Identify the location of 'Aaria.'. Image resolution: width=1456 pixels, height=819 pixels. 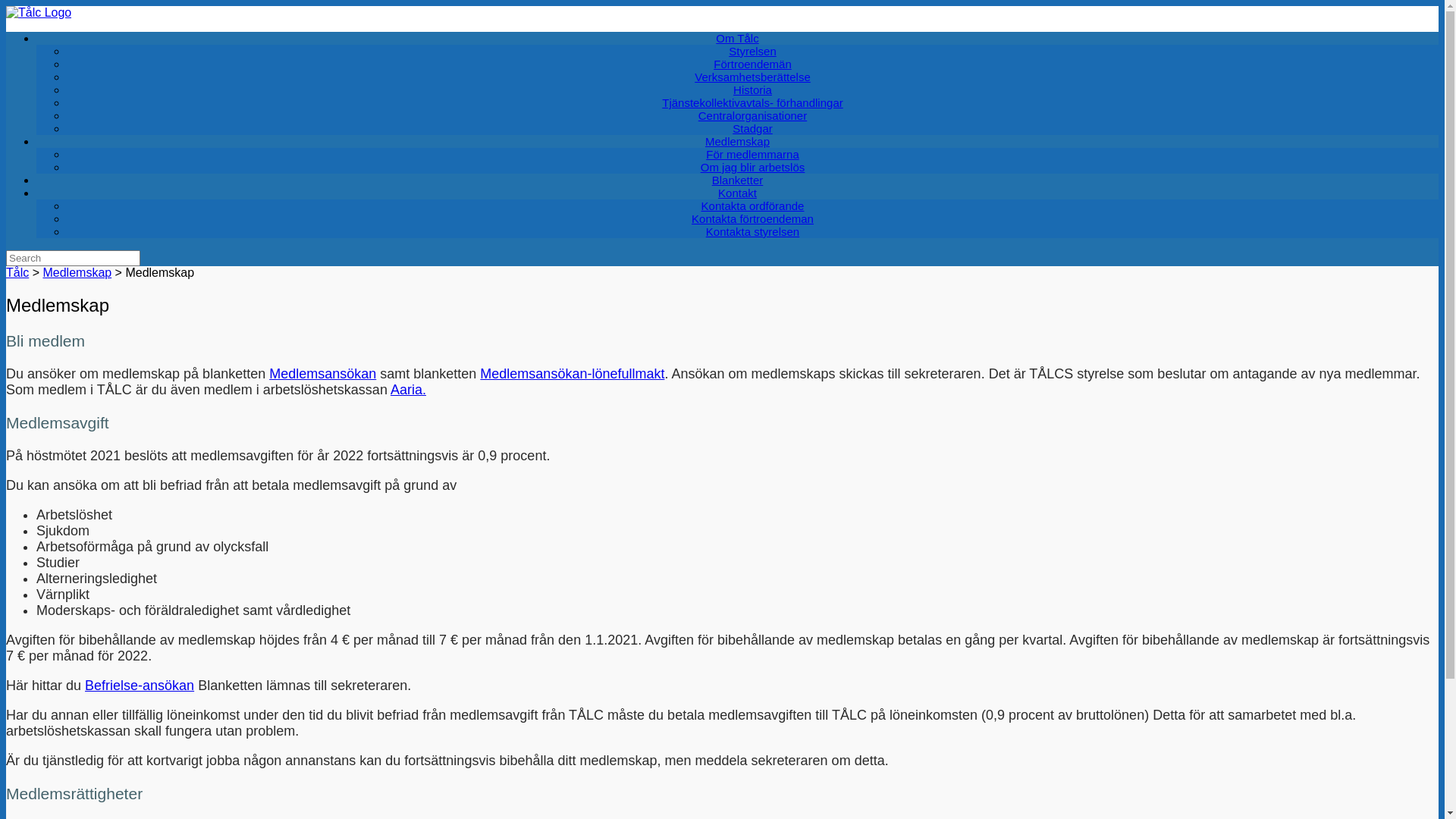
(408, 388).